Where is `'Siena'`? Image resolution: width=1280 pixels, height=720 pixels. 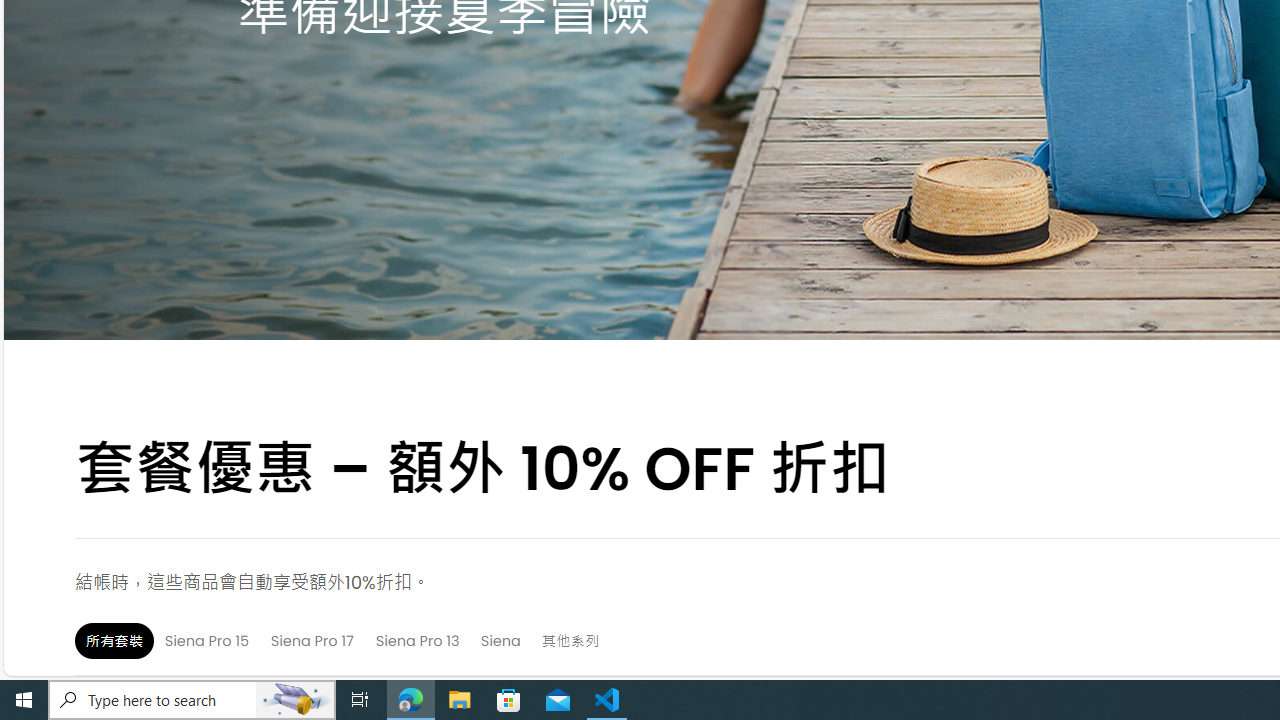
'Siena' is located at coordinates (501, 640).